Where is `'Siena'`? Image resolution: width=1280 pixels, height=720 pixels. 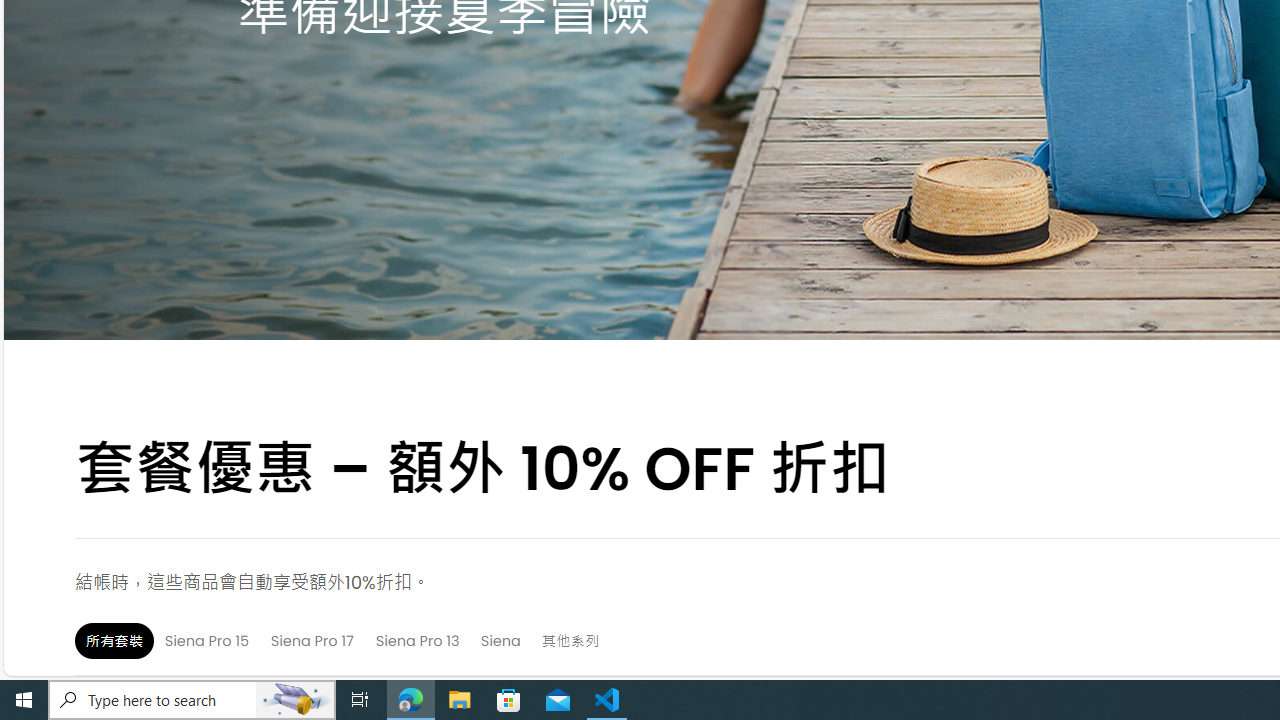
'Siena' is located at coordinates (501, 640).